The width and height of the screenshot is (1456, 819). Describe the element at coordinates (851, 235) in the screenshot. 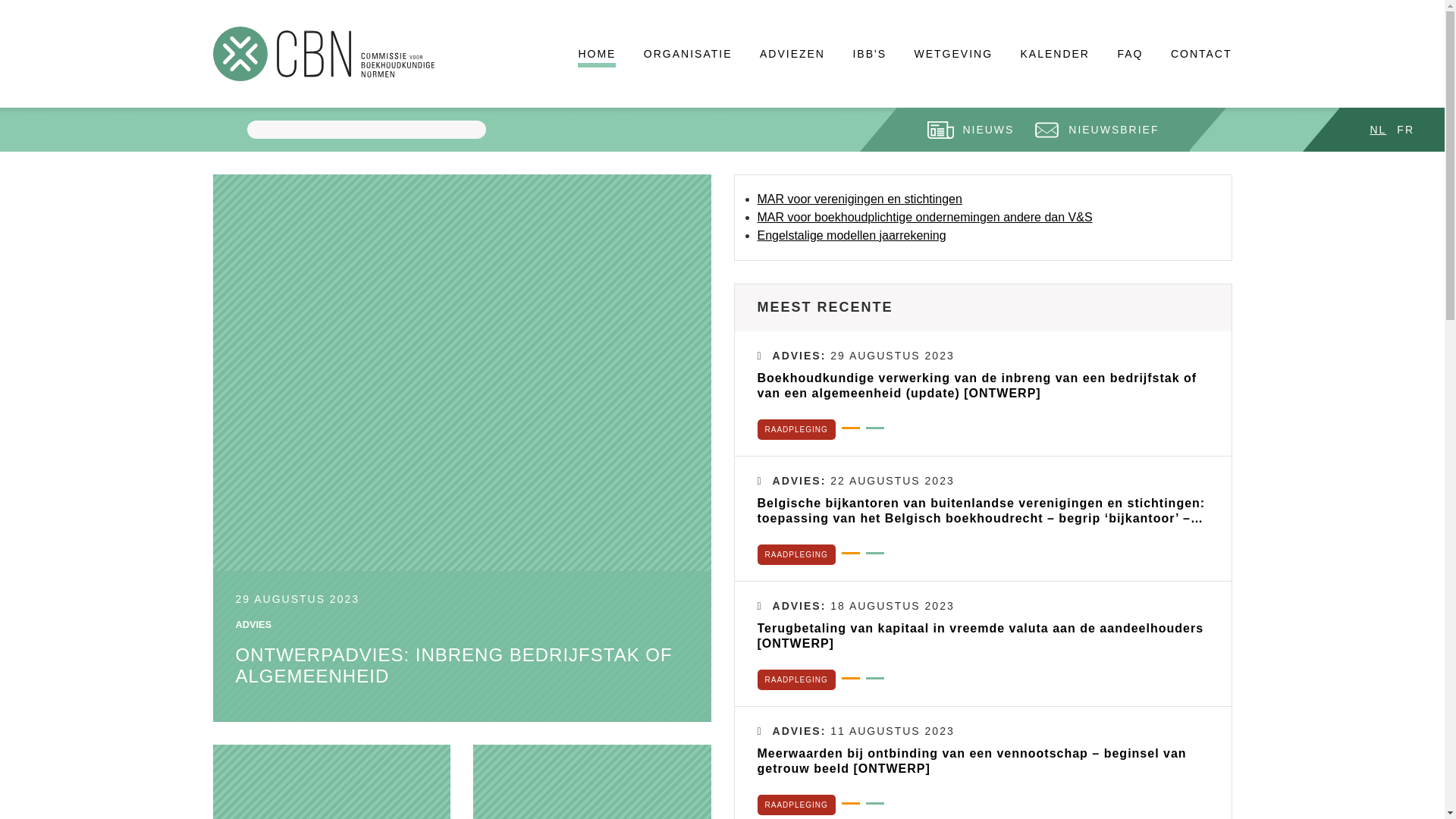

I see `'Engelstalige modellen jaarrekening'` at that location.